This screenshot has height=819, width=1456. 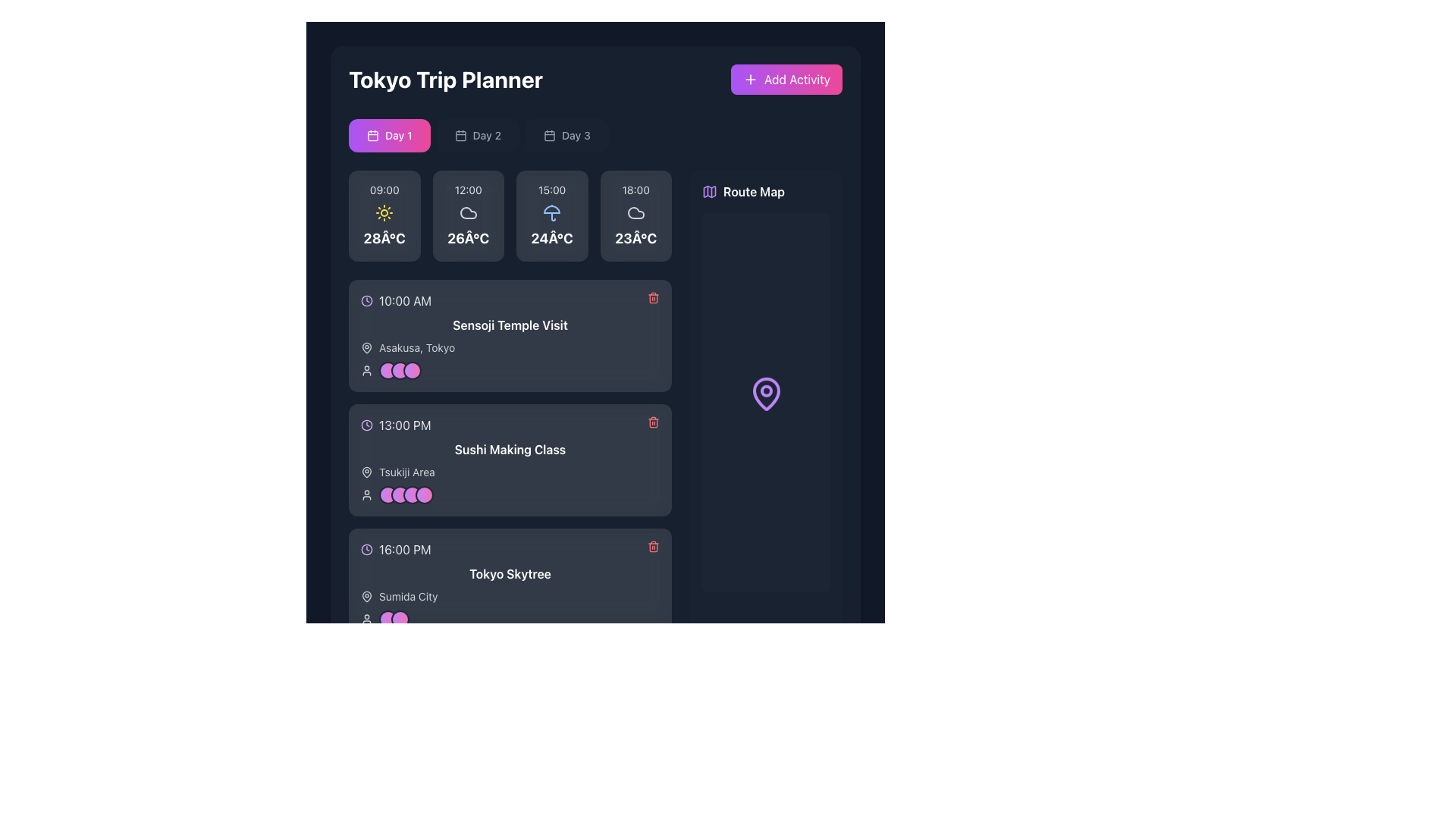 I want to click on the decorative calendar icon located to the left of the 'Day 1' button, which features a bold outline and minimalist design, so click(x=372, y=134).